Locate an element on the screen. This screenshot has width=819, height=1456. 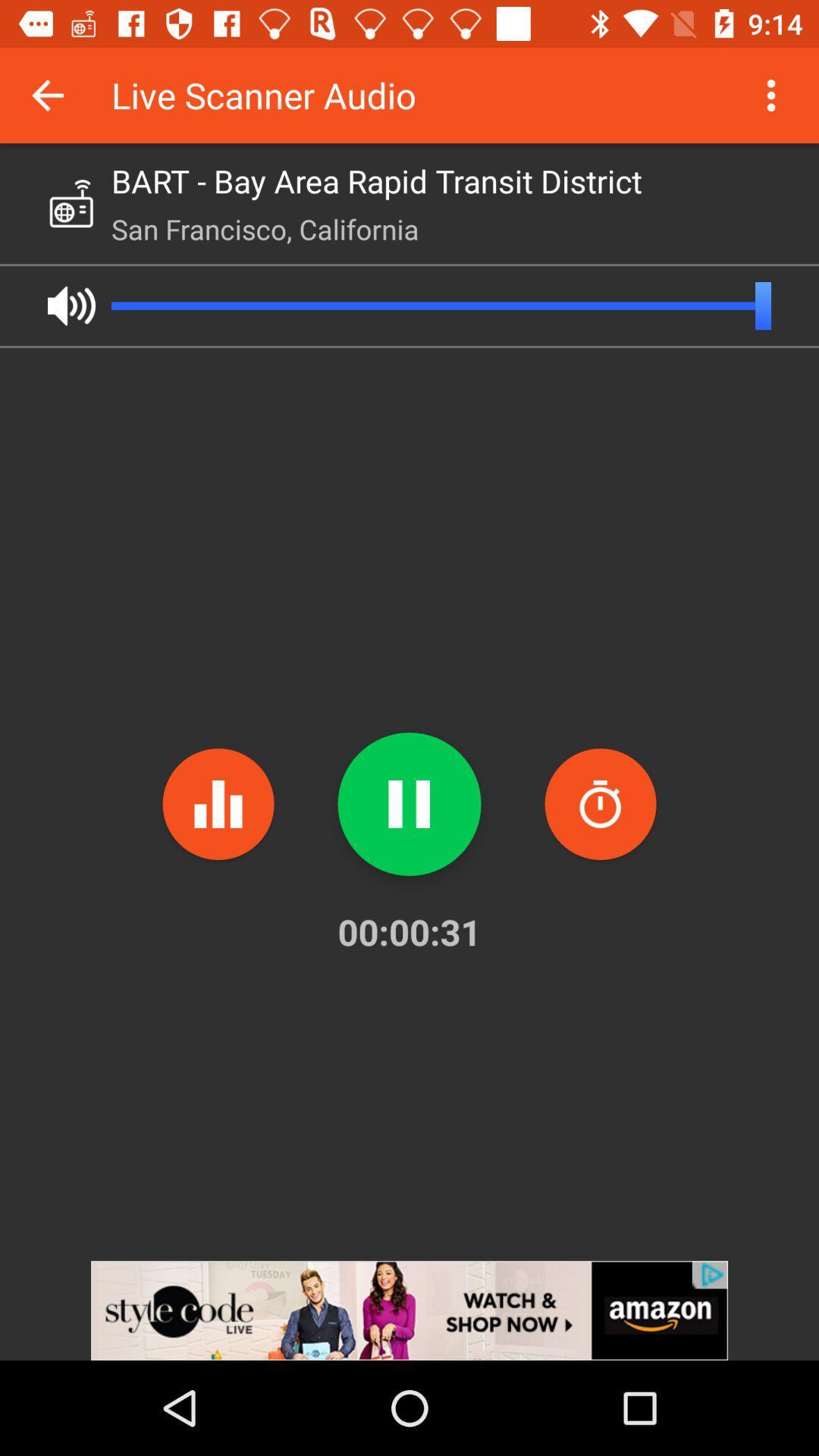
the volume icon is located at coordinates (71, 305).